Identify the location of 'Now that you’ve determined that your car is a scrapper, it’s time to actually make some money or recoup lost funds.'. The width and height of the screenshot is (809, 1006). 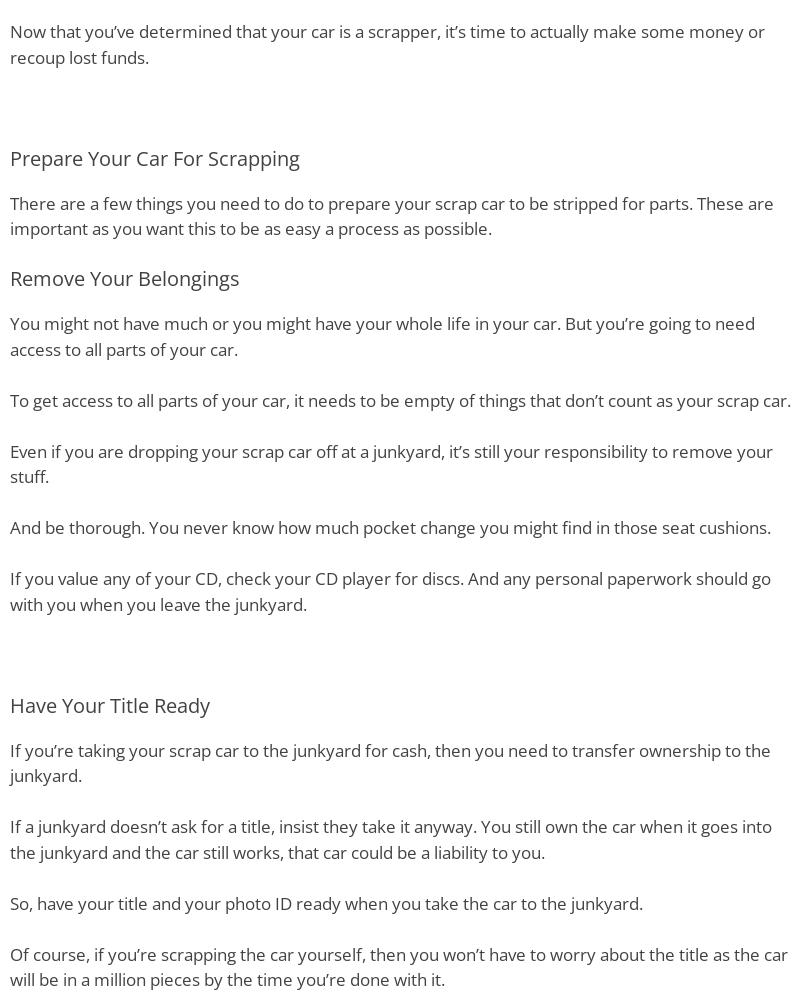
(387, 43).